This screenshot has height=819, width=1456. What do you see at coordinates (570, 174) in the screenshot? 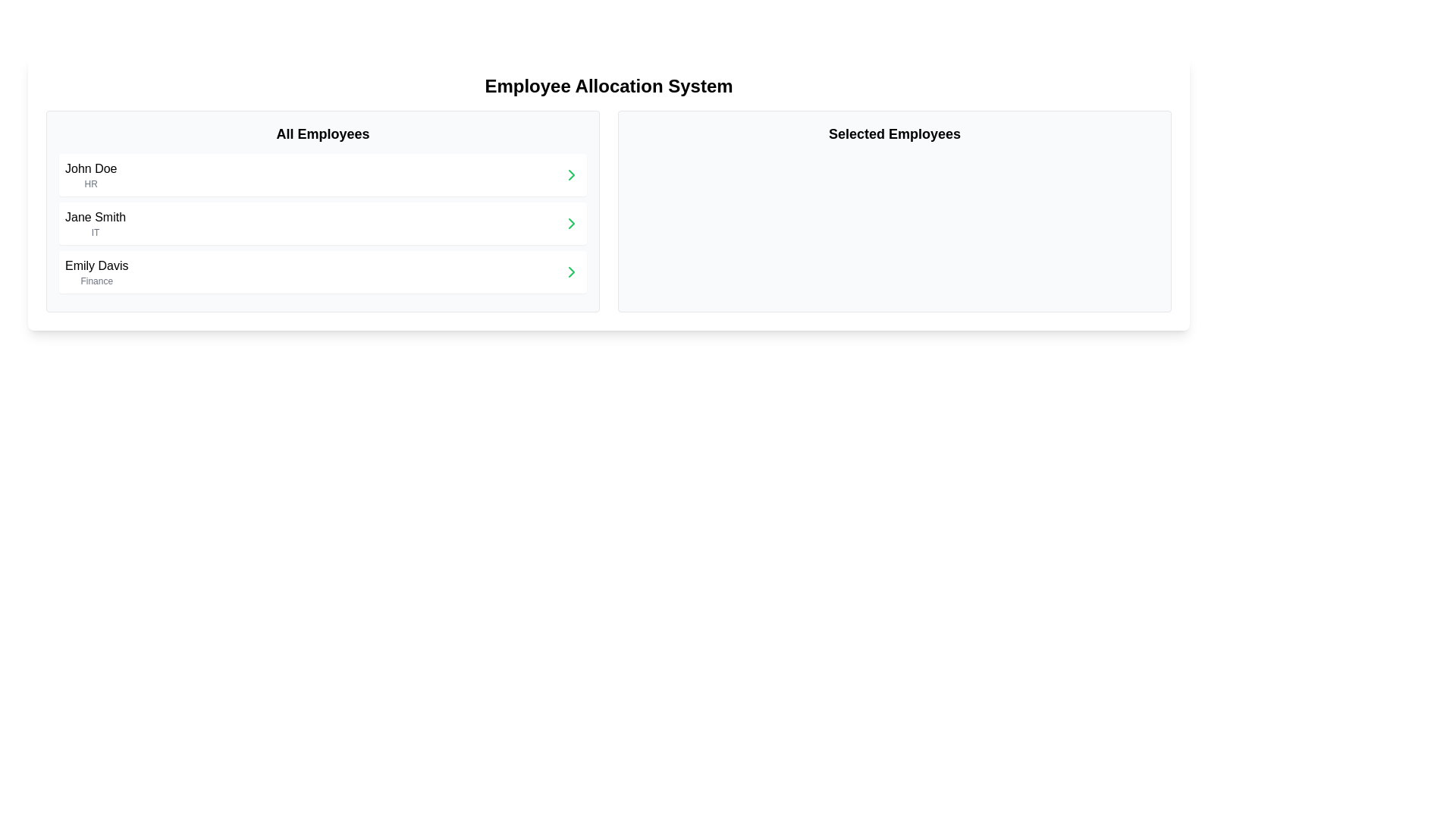
I see `the right-pointing green chevron icon located at the far right of the 'All Employees' section, next to 'John Doe HR'` at bounding box center [570, 174].